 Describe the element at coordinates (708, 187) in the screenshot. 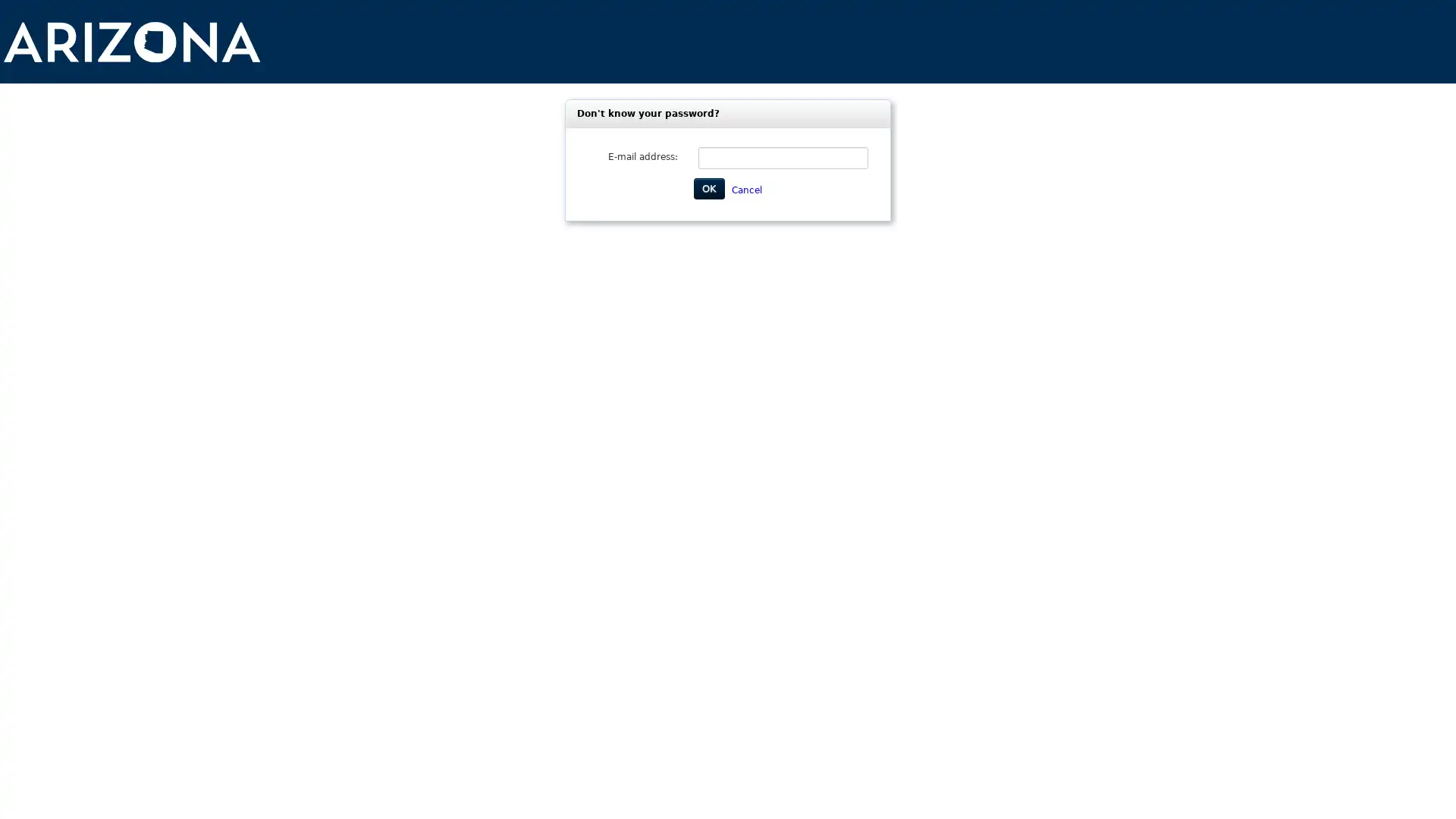

I see `OK` at that location.